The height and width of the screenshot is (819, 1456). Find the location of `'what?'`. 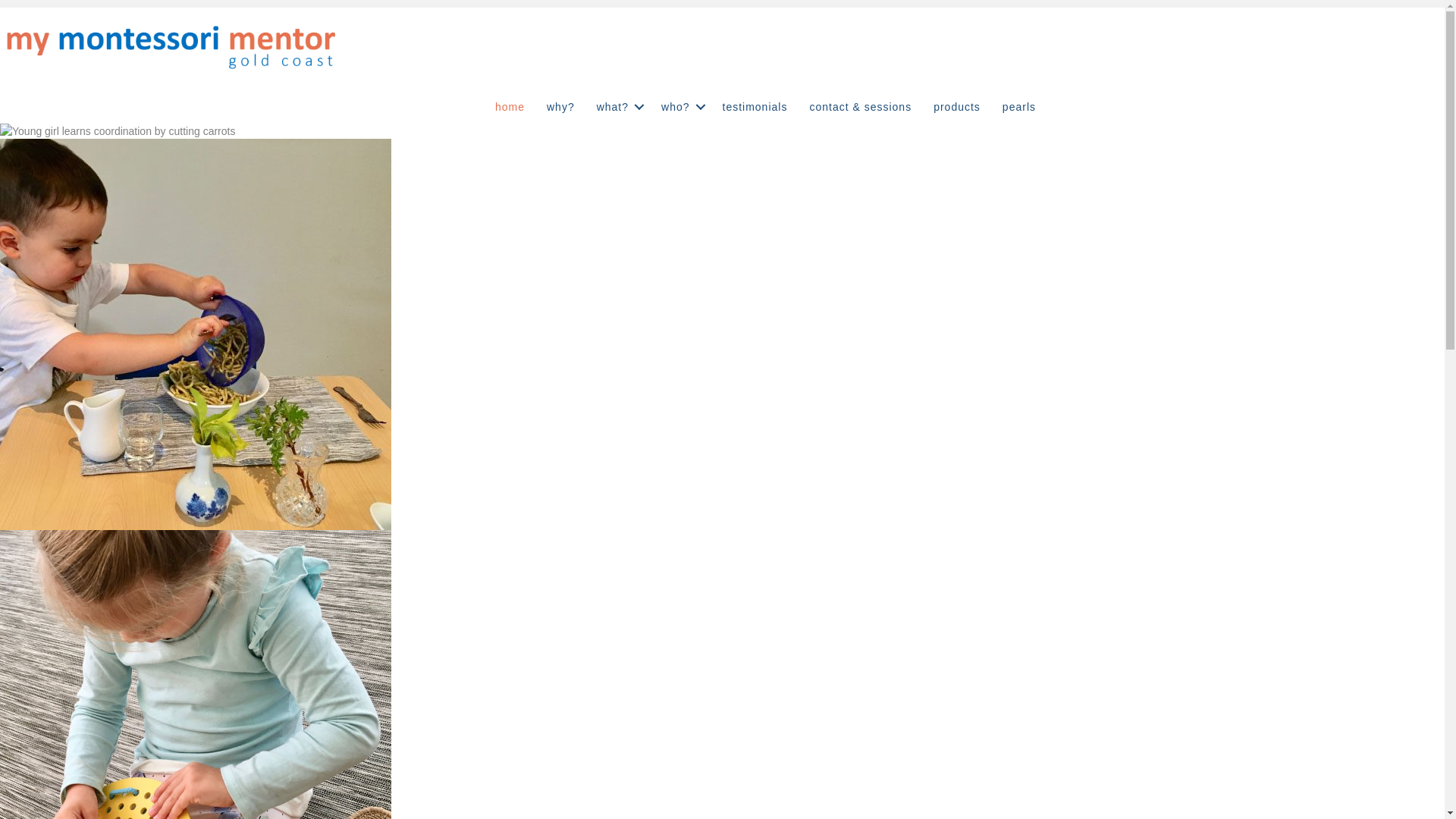

'what?' is located at coordinates (618, 106).